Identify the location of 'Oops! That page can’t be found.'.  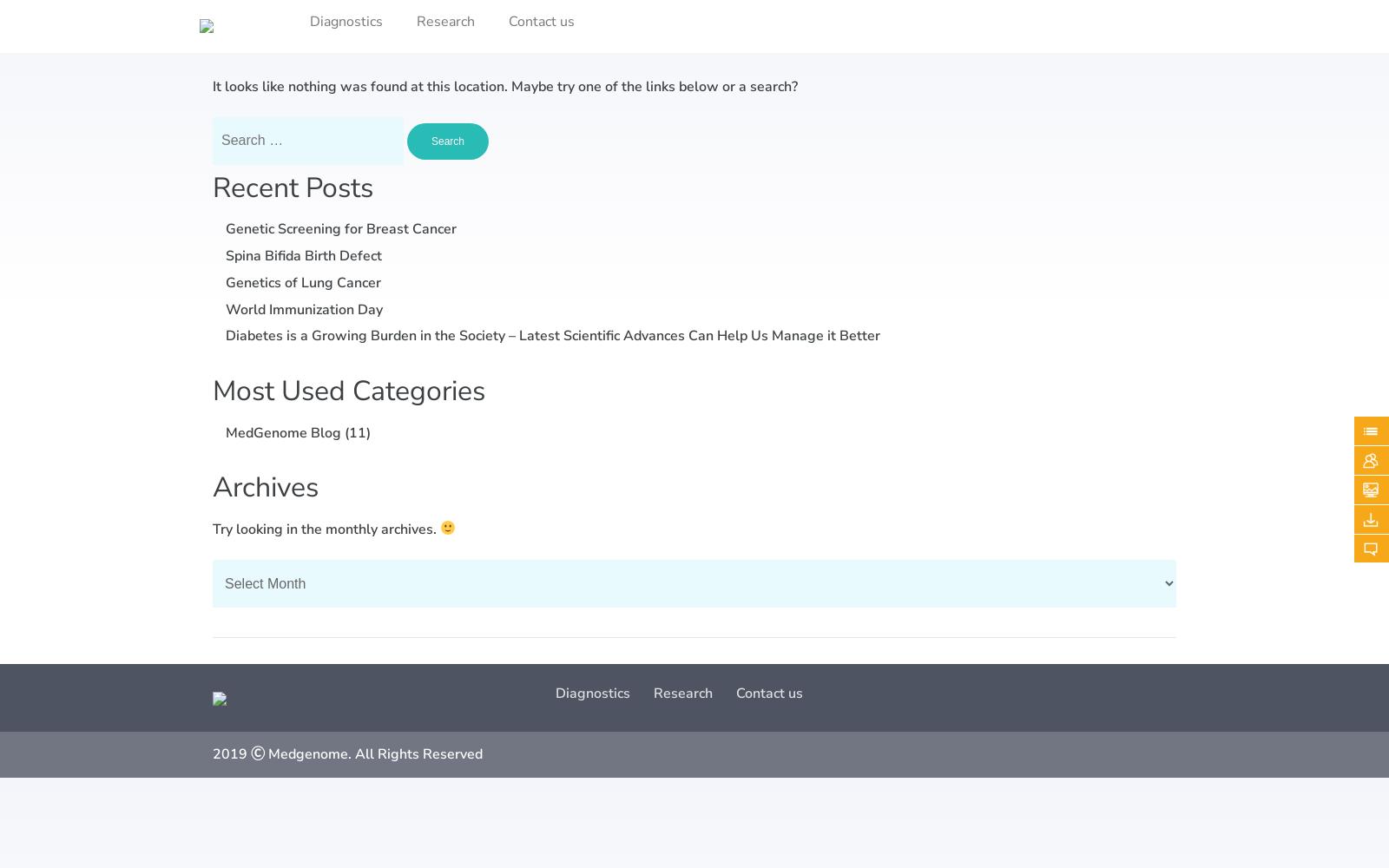
(457, 28).